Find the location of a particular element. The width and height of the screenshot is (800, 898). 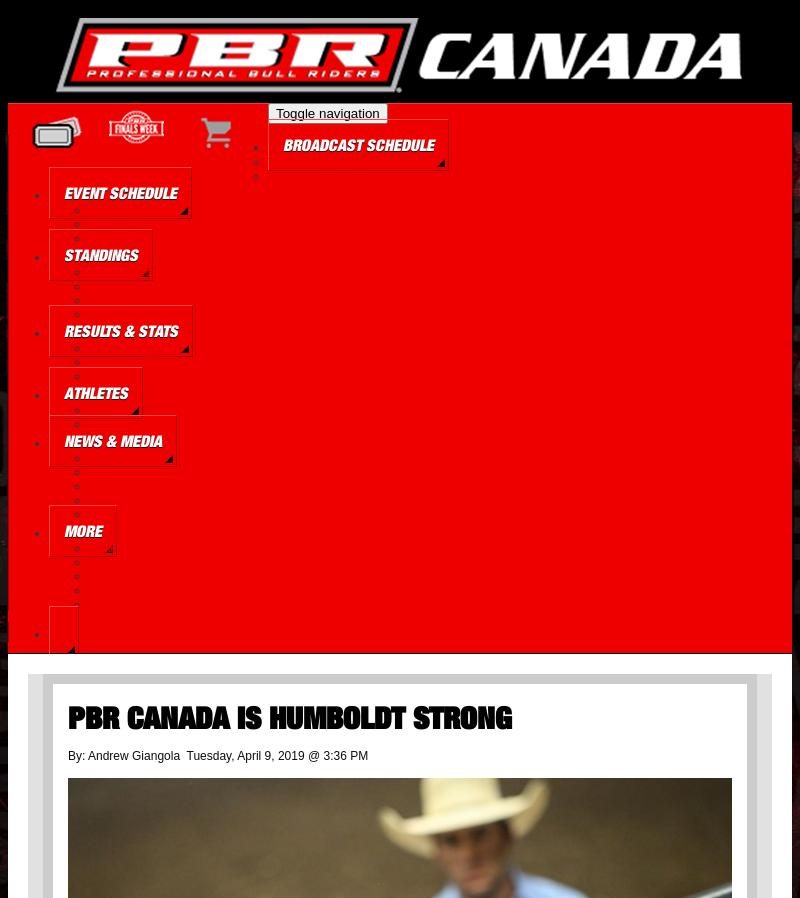

'More' is located at coordinates (83, 529).